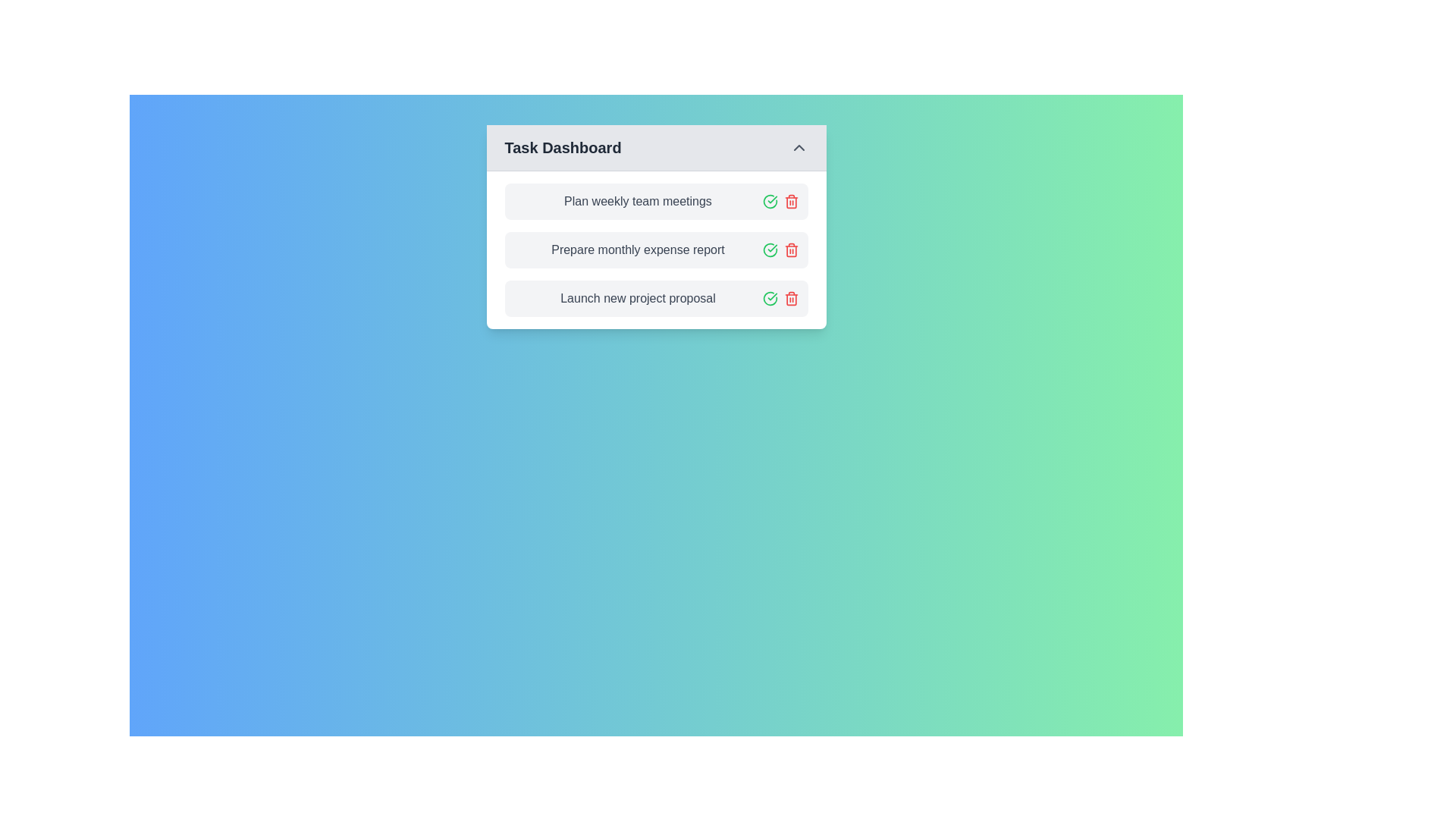 The width and height of the screenshot is (1456, 819). Describe the element at coordinates (790, 300) in the screenshot. I see `the second segment of the red trash icon located next to the text 'Launch new project proposal'` at that location.